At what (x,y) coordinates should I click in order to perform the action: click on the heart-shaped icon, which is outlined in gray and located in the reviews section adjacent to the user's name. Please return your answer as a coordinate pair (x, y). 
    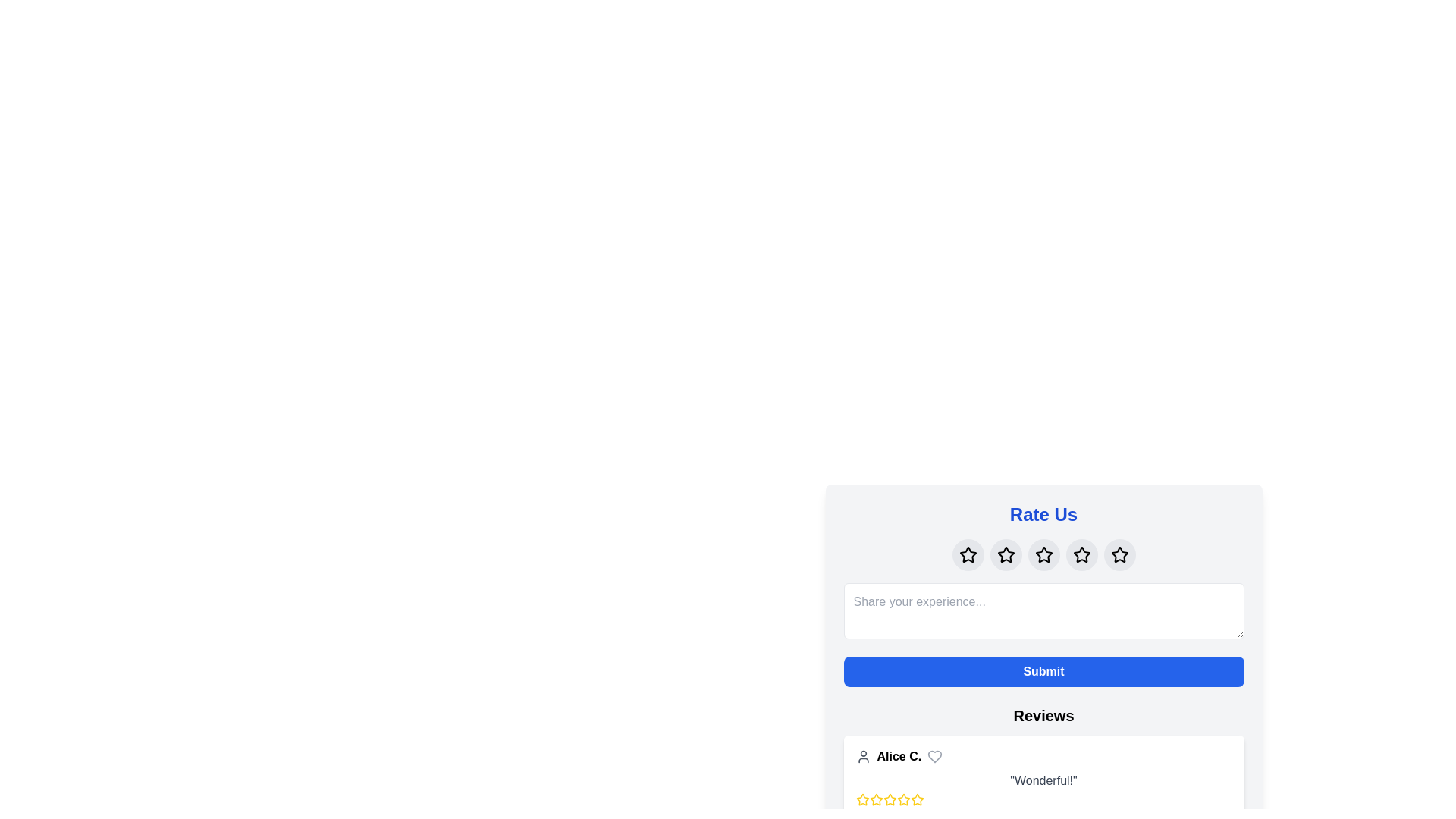
    Looking at the image, I should click on (934, 757).